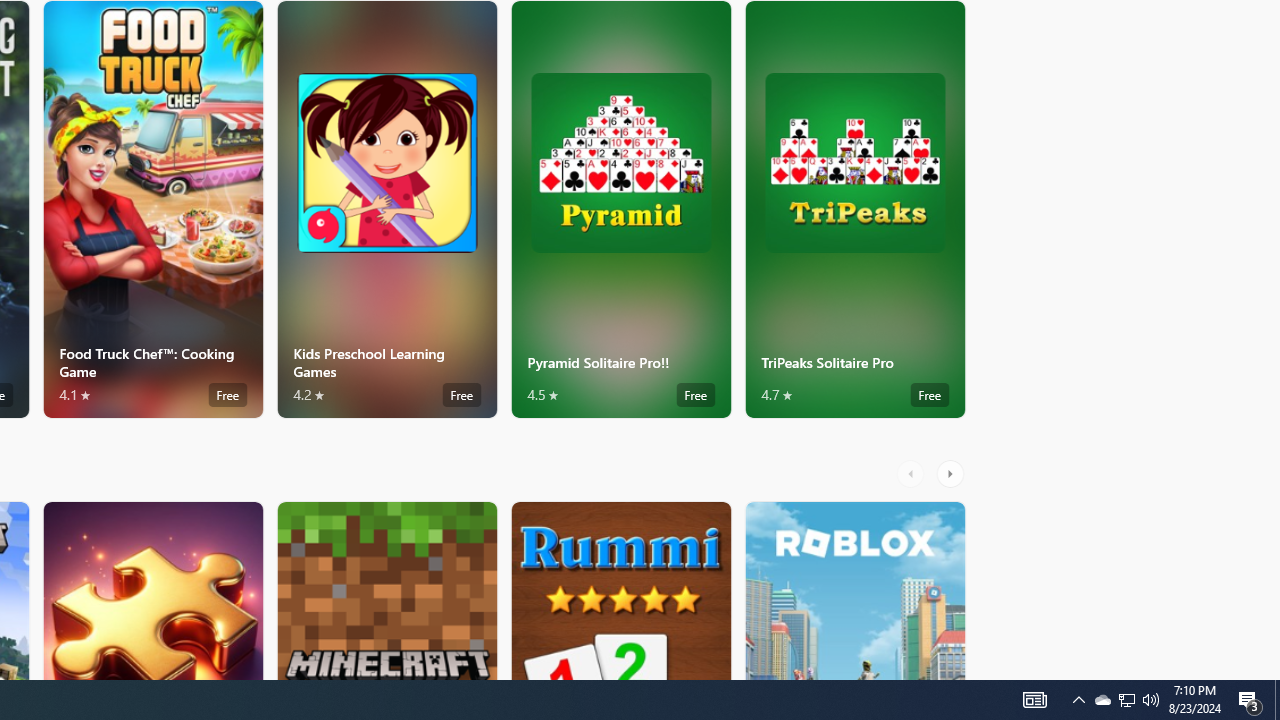  Describe the element at coordinates (912, 473) in the screenshot. I see `'AutomationID: LeftScrollButton'` at that location.